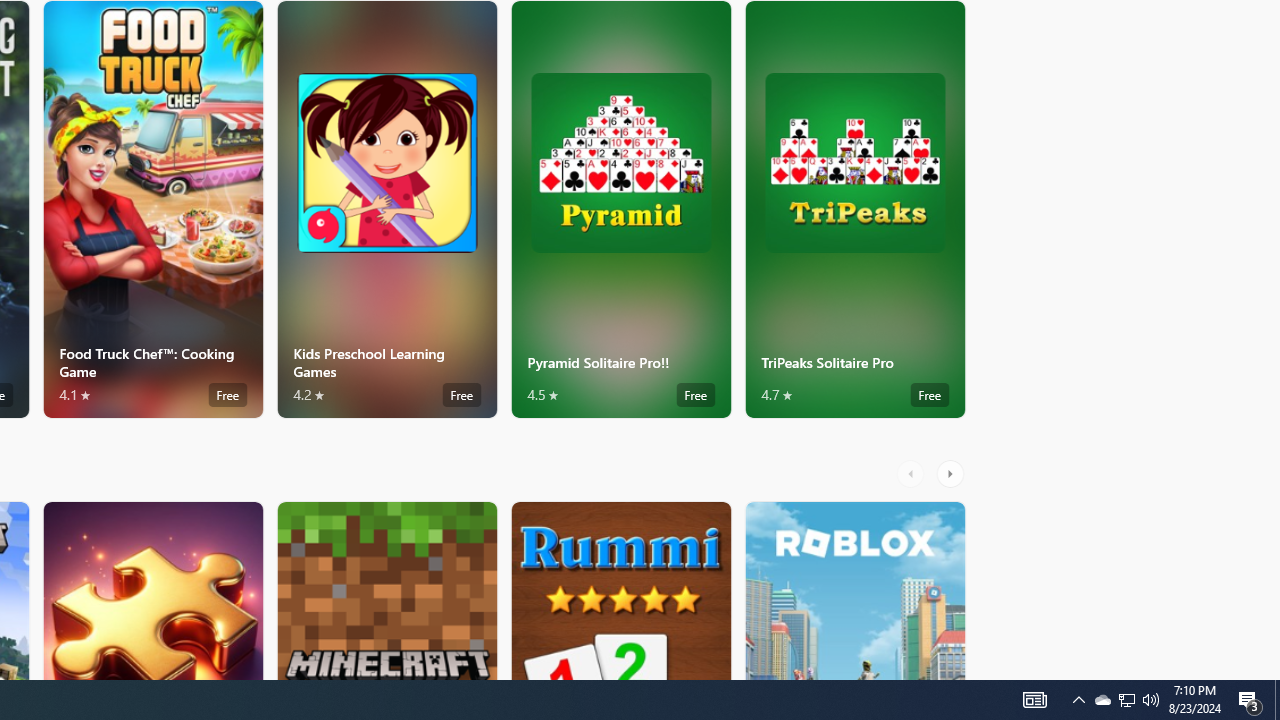  Describe the element at coordinates (912, 473) in the screenshot. I see `'AutomationID: LeftScrollButton'` at that location.